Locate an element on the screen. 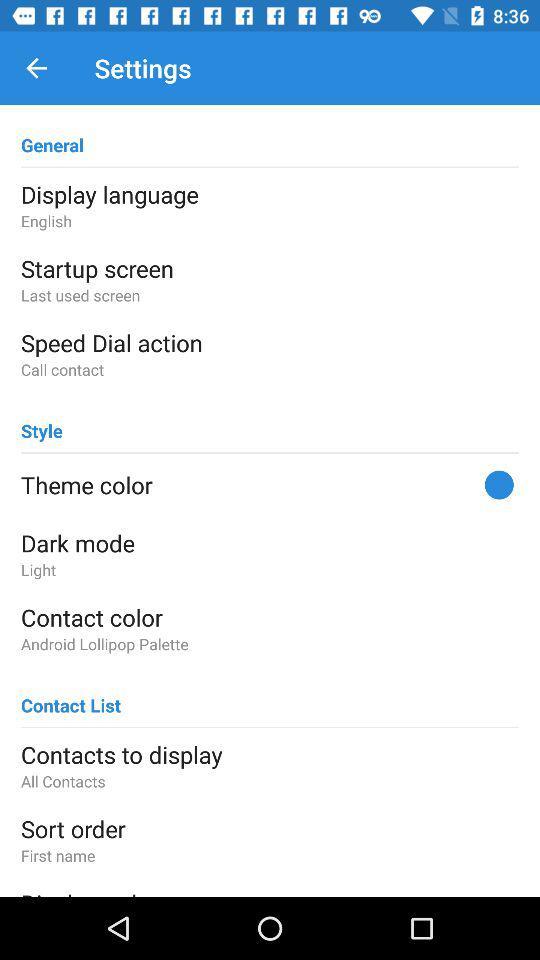  style is located at coordinates (41, 422).